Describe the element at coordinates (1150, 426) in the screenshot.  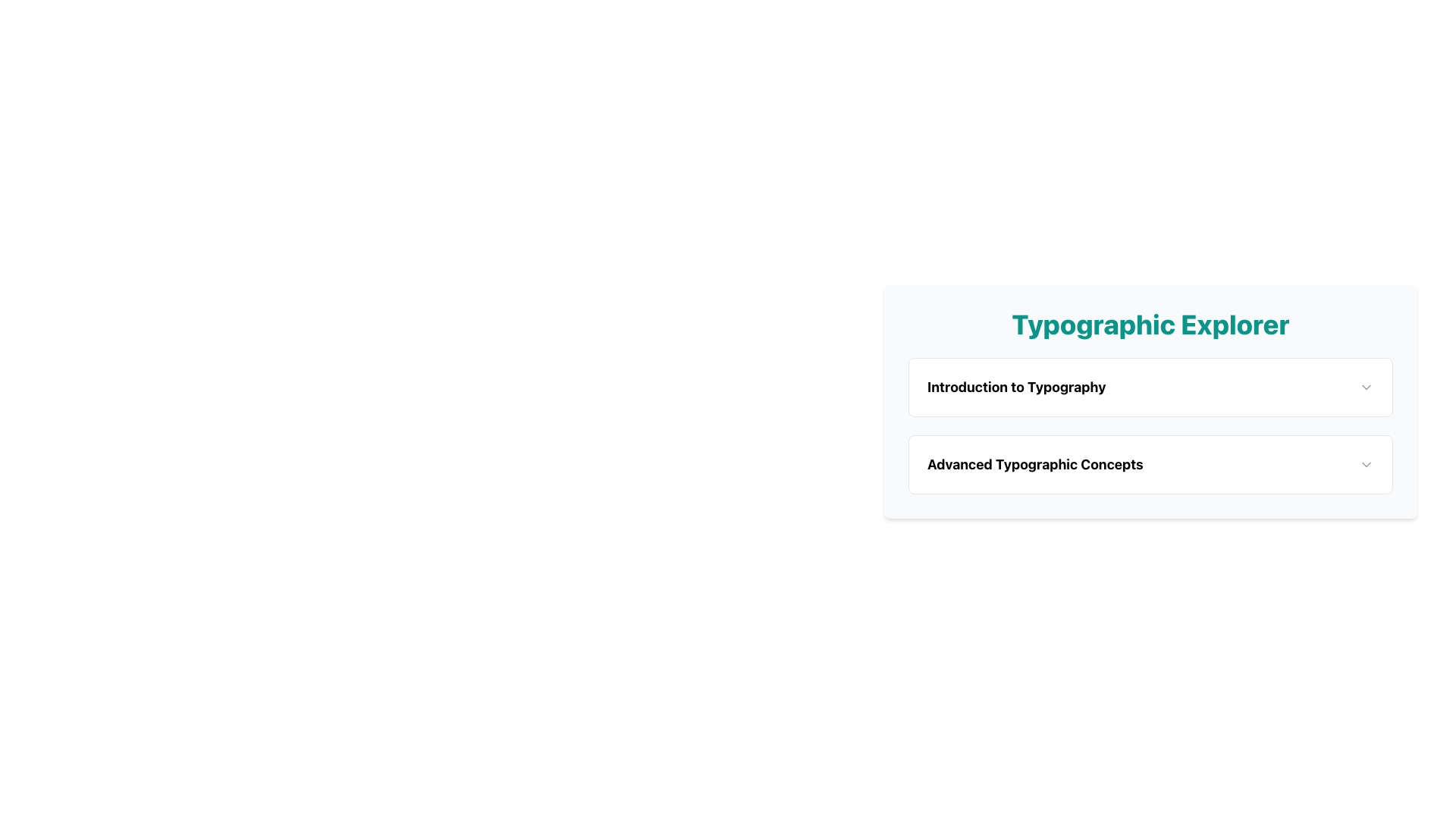
I see `the collapsible content section within the 'Typographic Explorer' interface` at that location.